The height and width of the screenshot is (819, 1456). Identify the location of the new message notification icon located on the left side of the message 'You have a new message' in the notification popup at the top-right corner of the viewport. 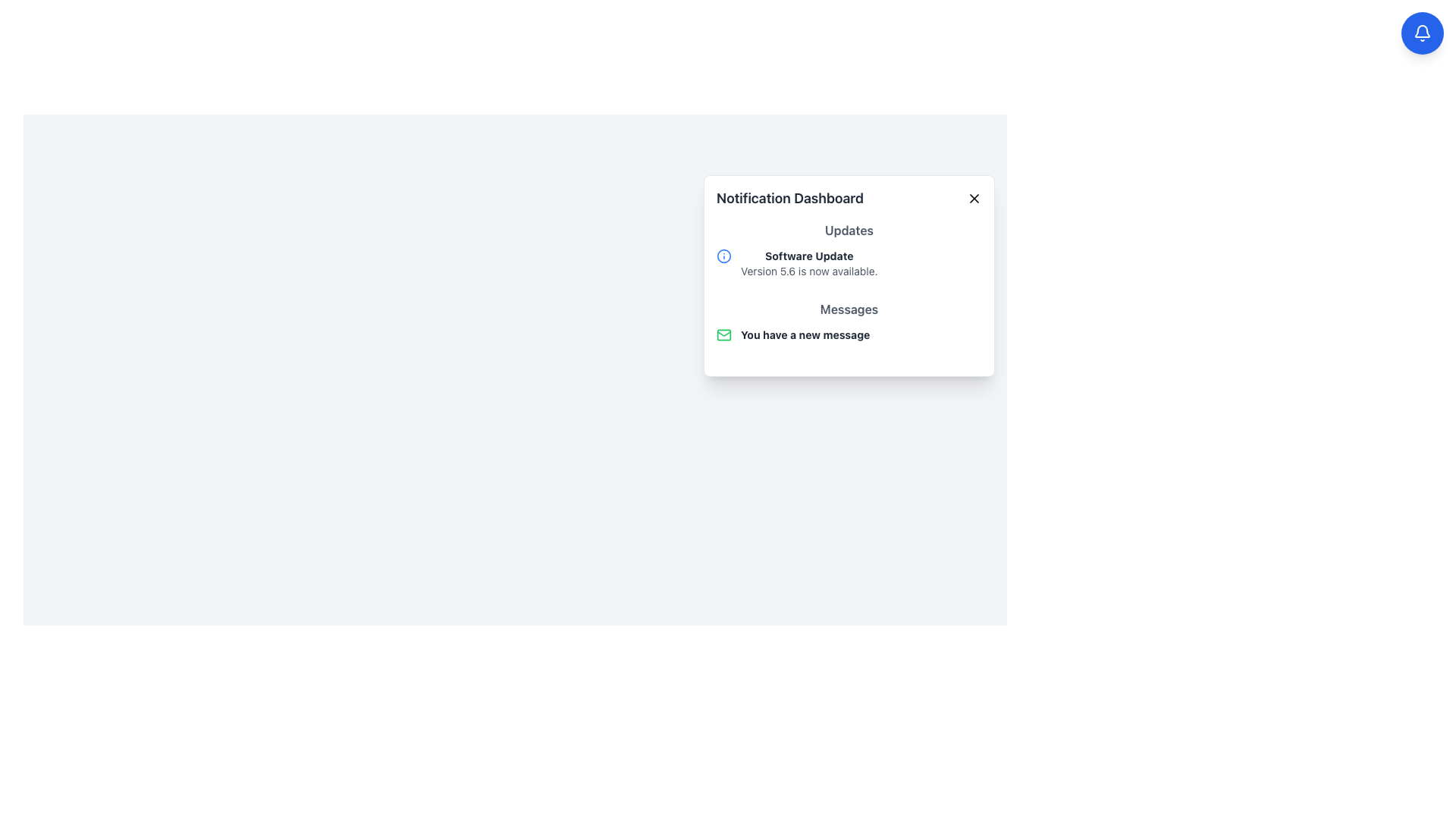
(723, 334).